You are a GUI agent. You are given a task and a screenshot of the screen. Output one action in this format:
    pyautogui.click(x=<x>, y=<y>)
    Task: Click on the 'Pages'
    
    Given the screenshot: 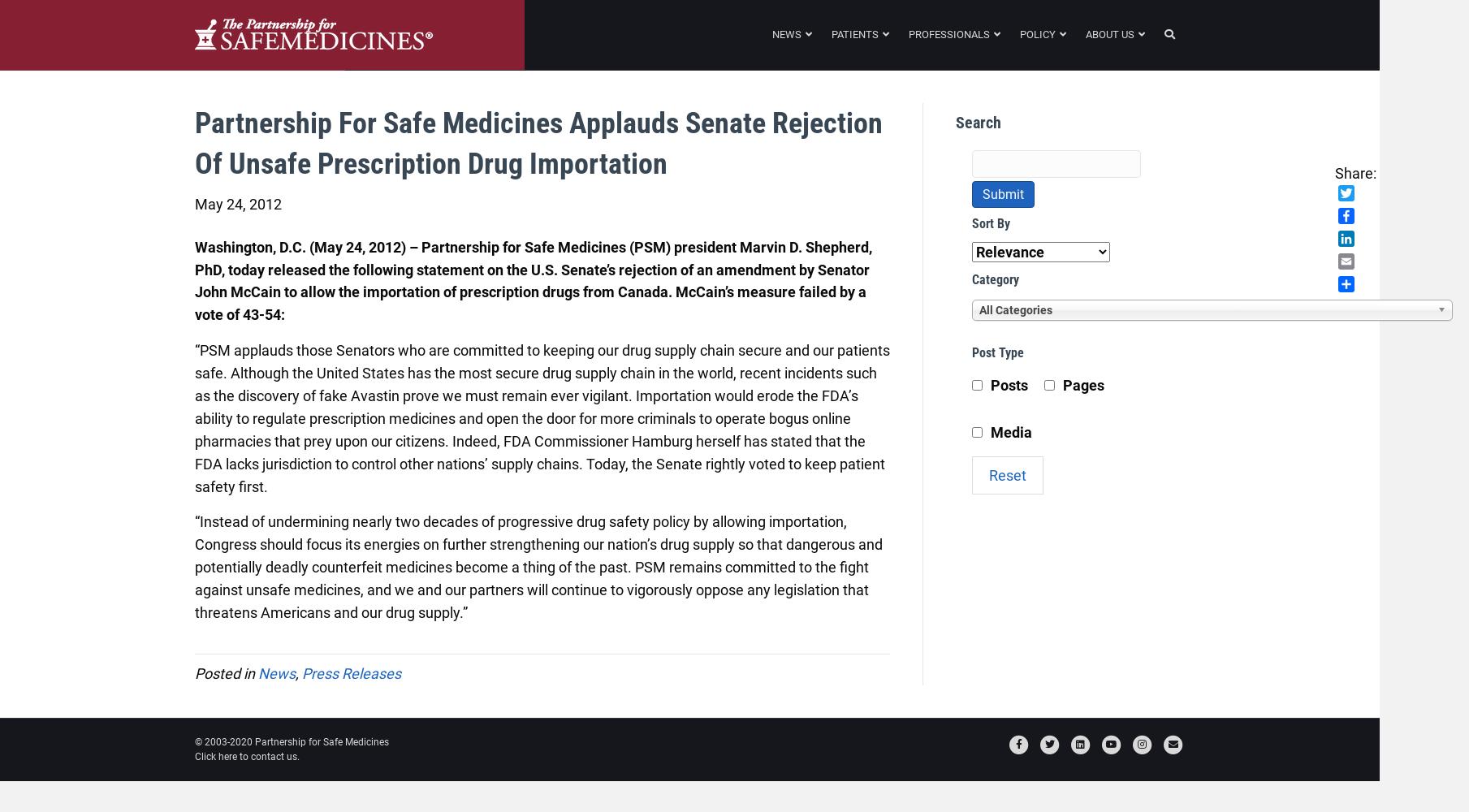 What is the action you would take?
    pyautogui.click(x=1061, y=384)
    